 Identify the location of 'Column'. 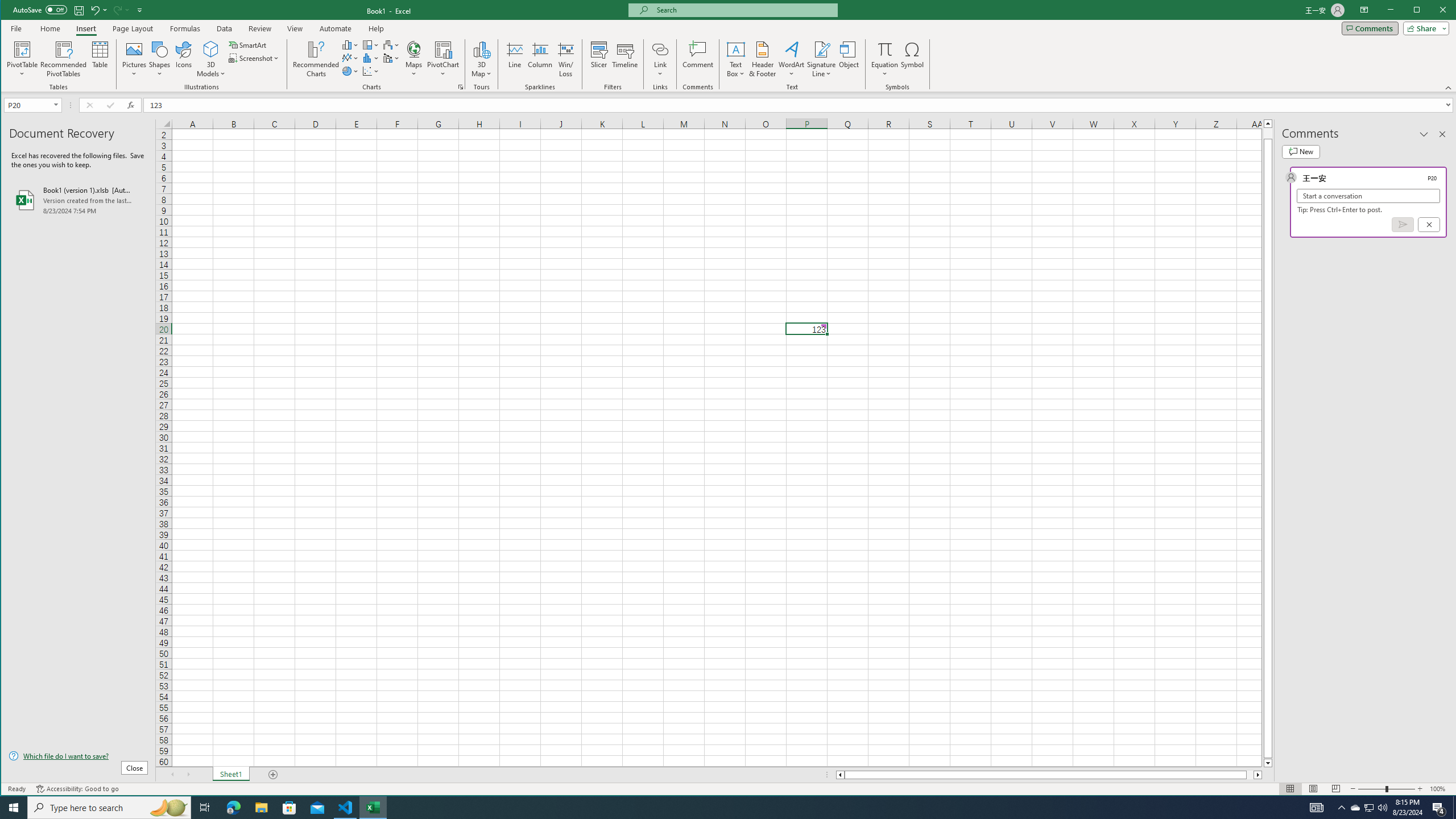
(540, 59).